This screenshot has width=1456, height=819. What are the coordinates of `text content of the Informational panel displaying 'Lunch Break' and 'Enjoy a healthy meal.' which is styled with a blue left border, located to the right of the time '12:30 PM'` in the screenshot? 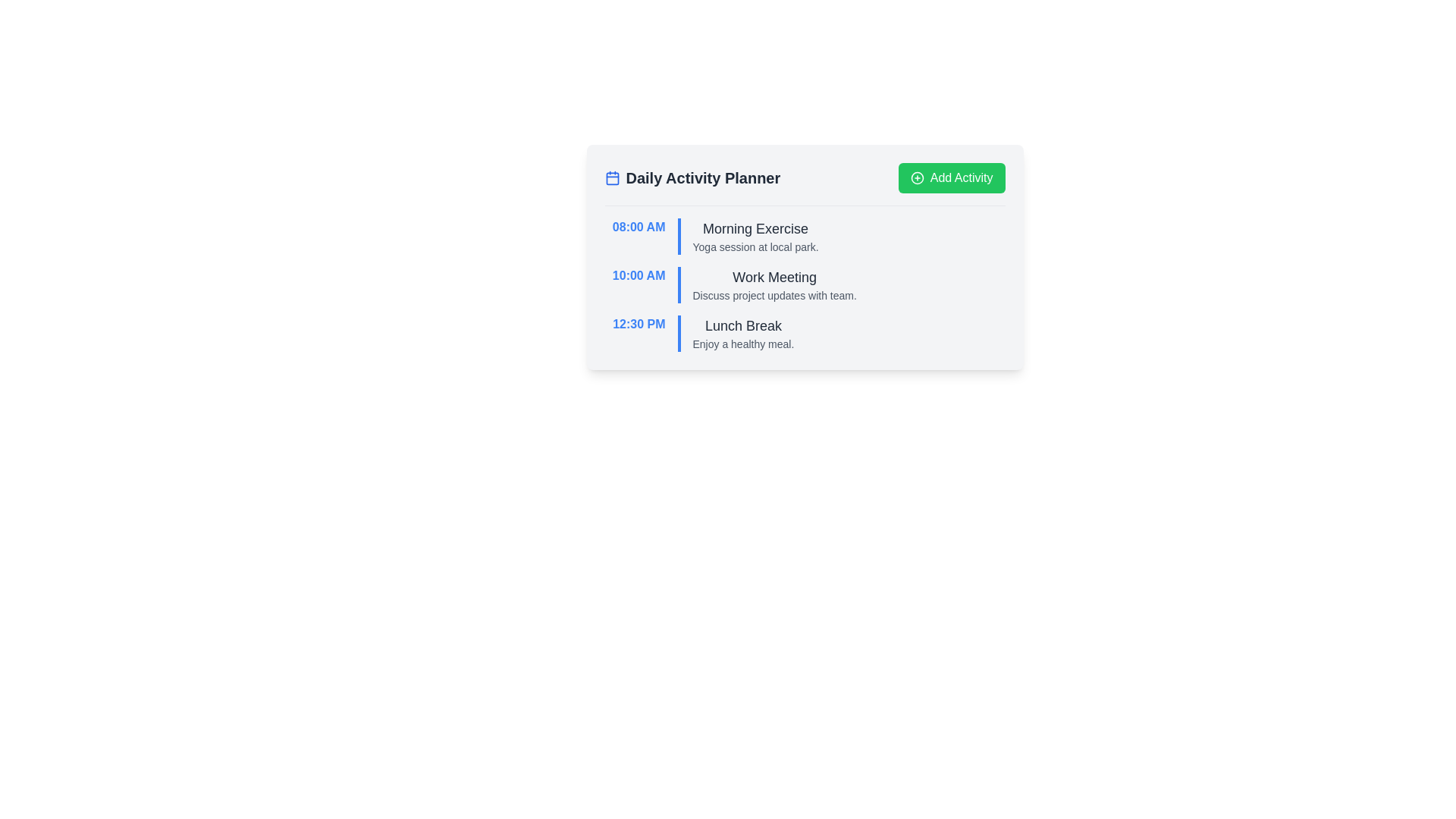 It's located at (736, 332).